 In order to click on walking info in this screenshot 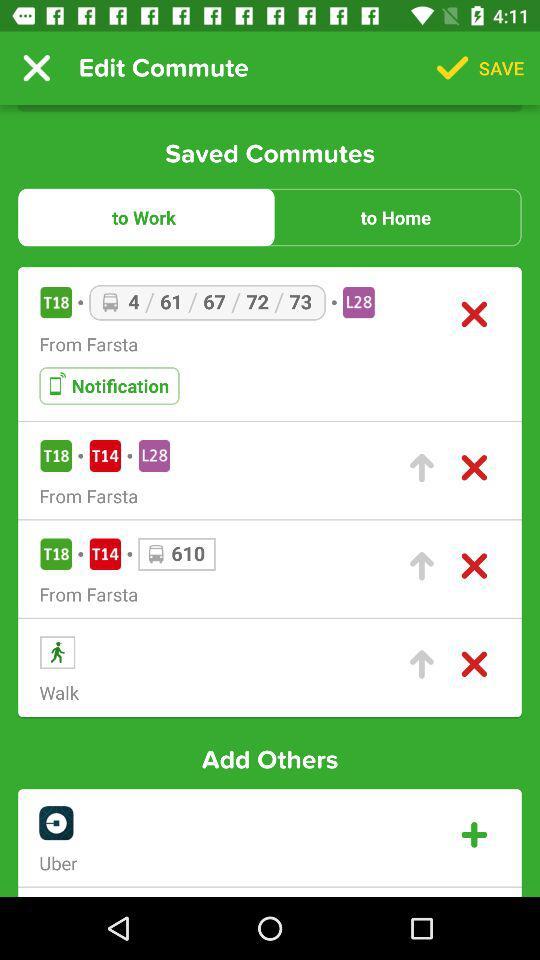, I will do `click(420, 664)`.